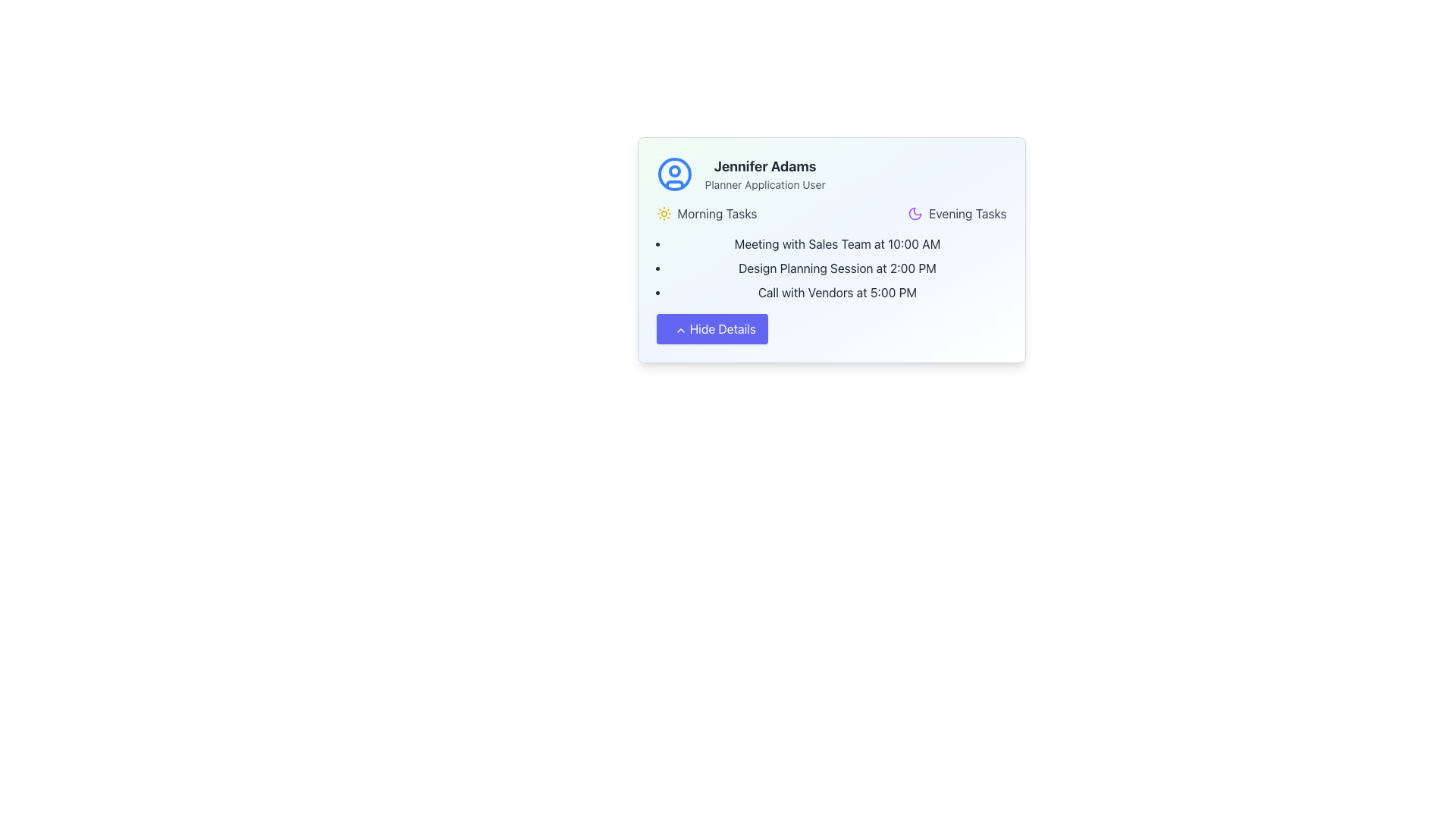  Describe the element at coordinates (716, 213) in the screenshot. I see `on the 'Morning Tasks' text label located in the upper part of the card, positioned` at that location.